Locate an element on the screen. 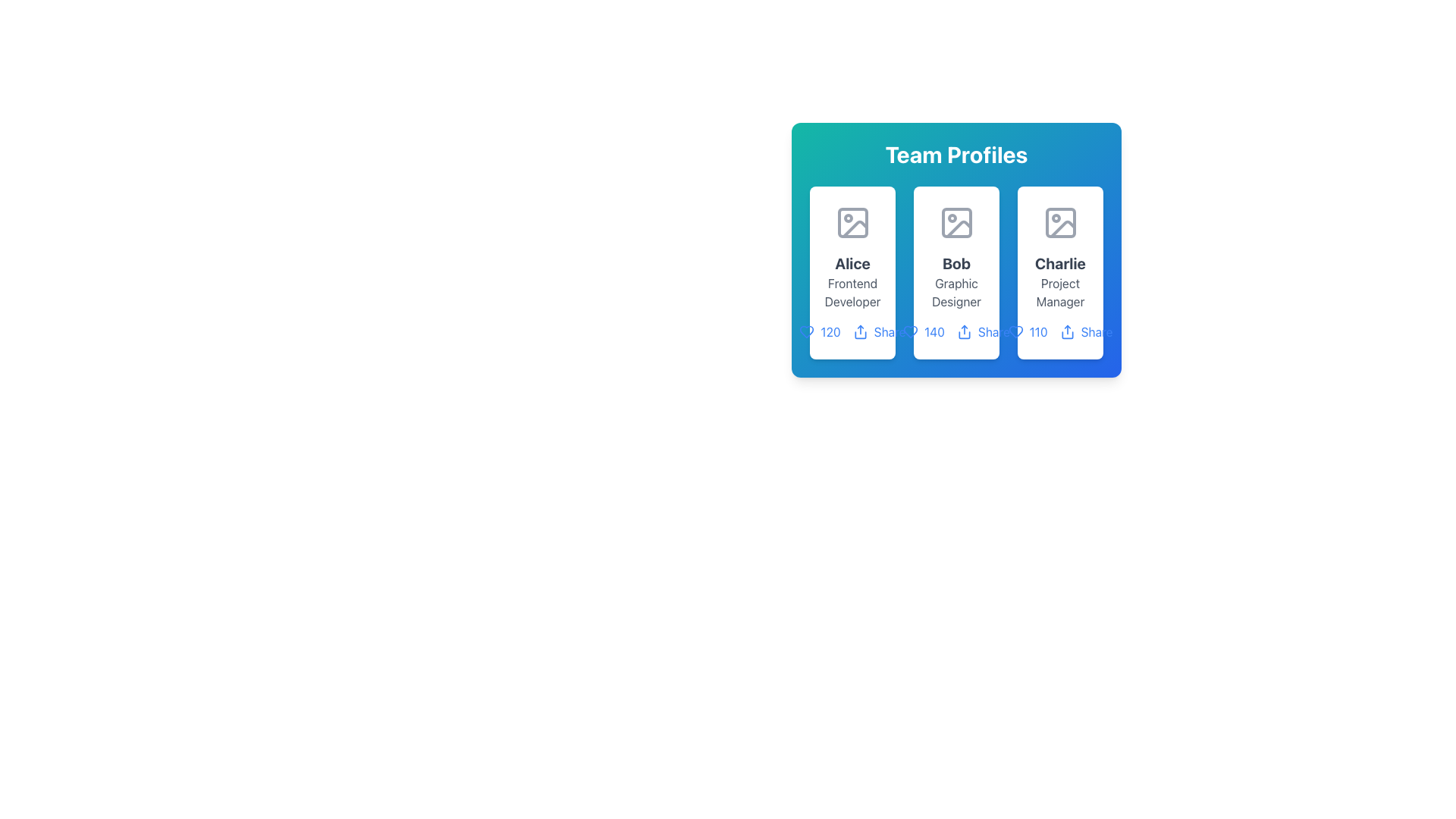  the text label displaying the name 'Charlie' located in the center of the third card under 'Team Profiles' is located at coordinates (1059, 262).